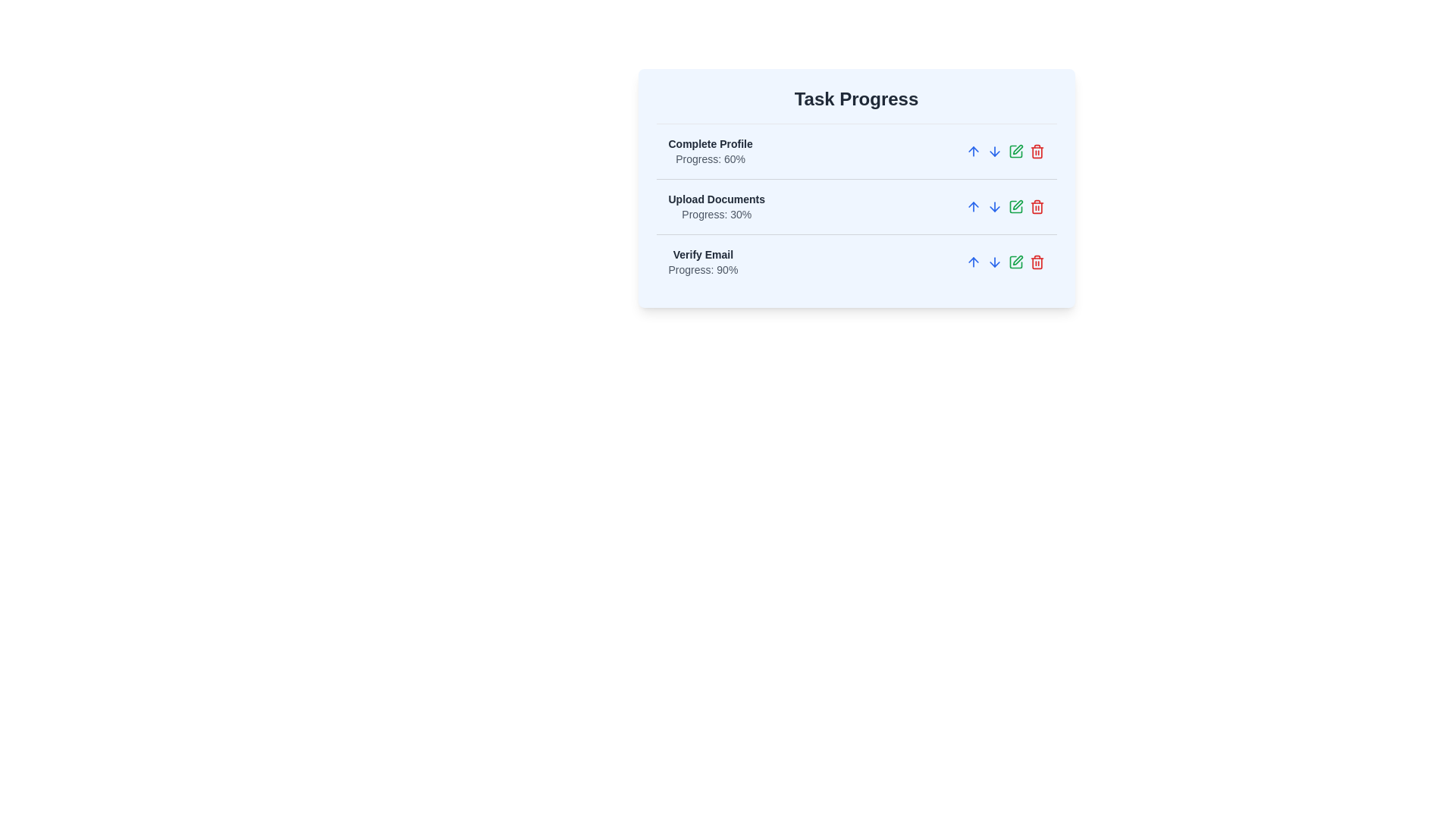  Describe the element at coordinates (1036, 262) in the screenshot. I see `the red trash bin icon button` at that location.